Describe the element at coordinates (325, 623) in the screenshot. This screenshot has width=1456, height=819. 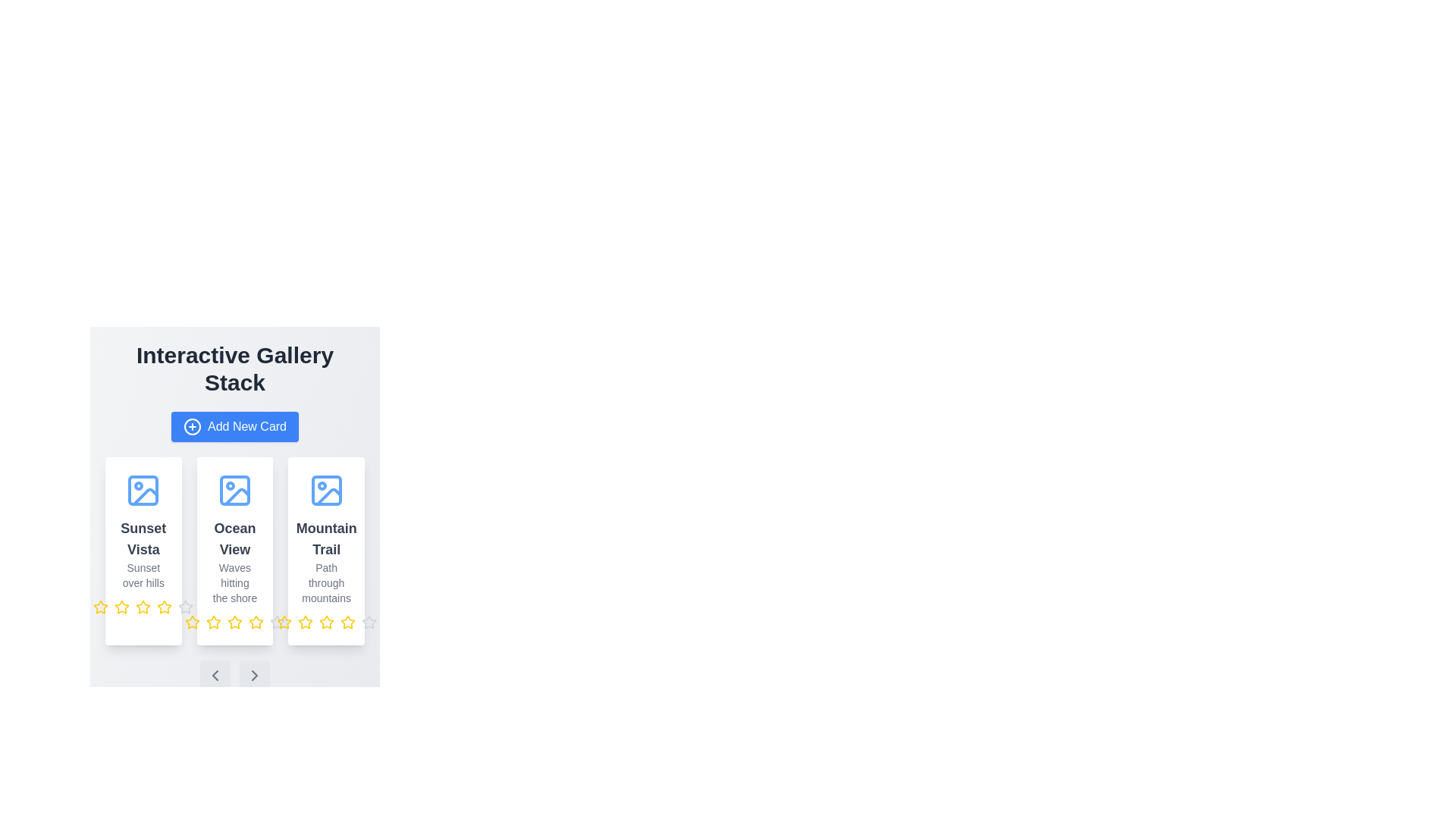
I see `the fifth star icon with a yellow outline in the rating system beneath the 'Mountain Trail' card` at that location.